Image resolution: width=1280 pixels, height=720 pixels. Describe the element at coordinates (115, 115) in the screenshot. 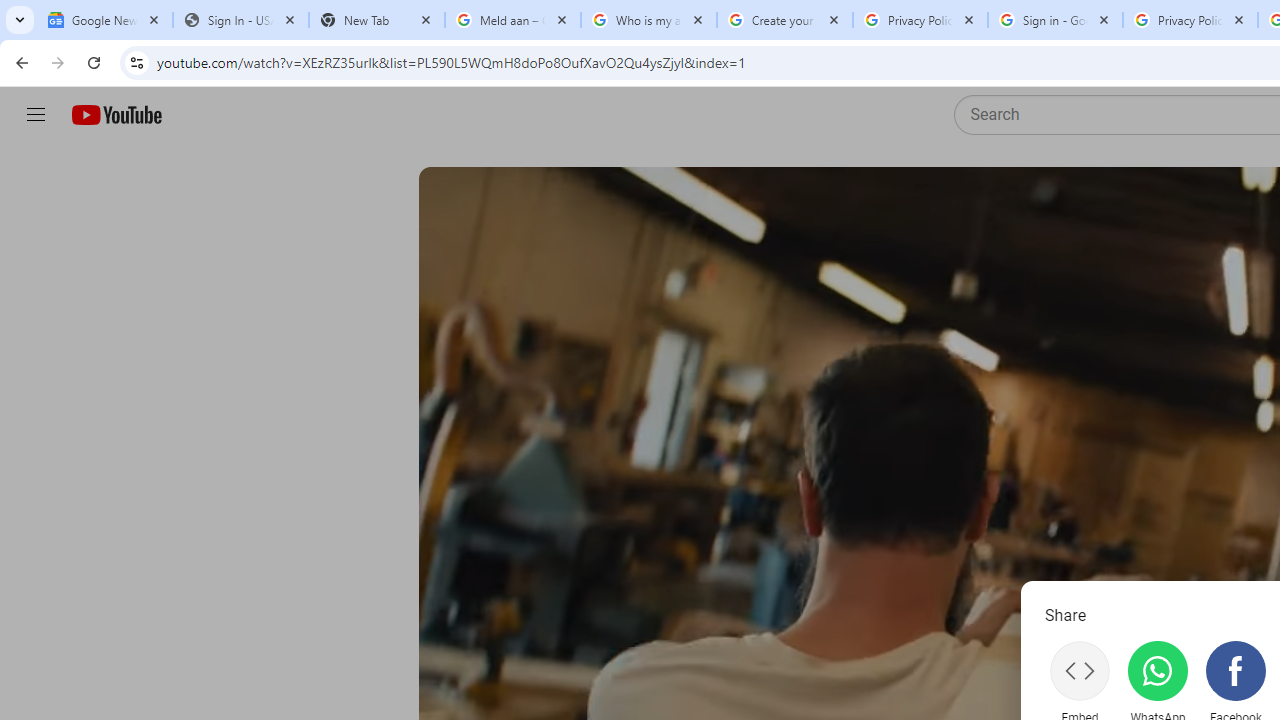

I see `'YouTube Home'` at that location.